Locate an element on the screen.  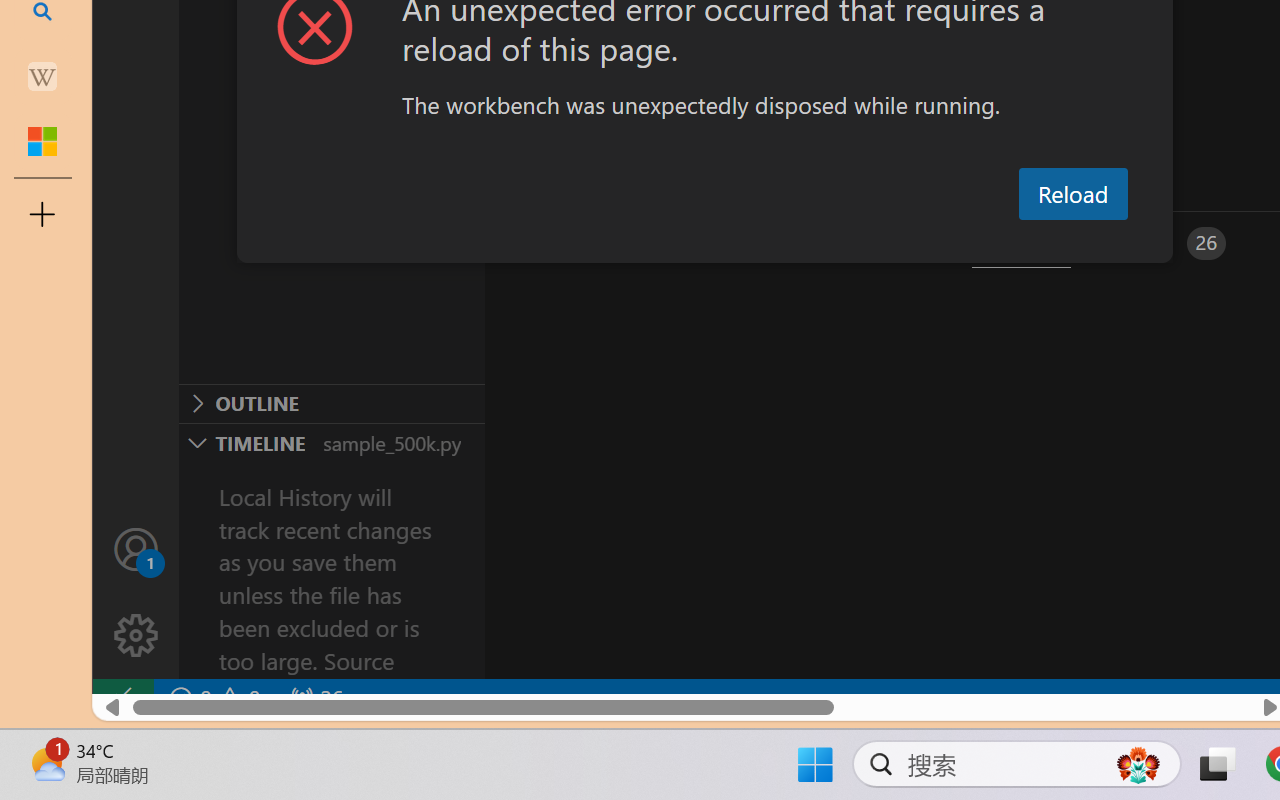
'No Problems' is located at coordinates (213, 698).